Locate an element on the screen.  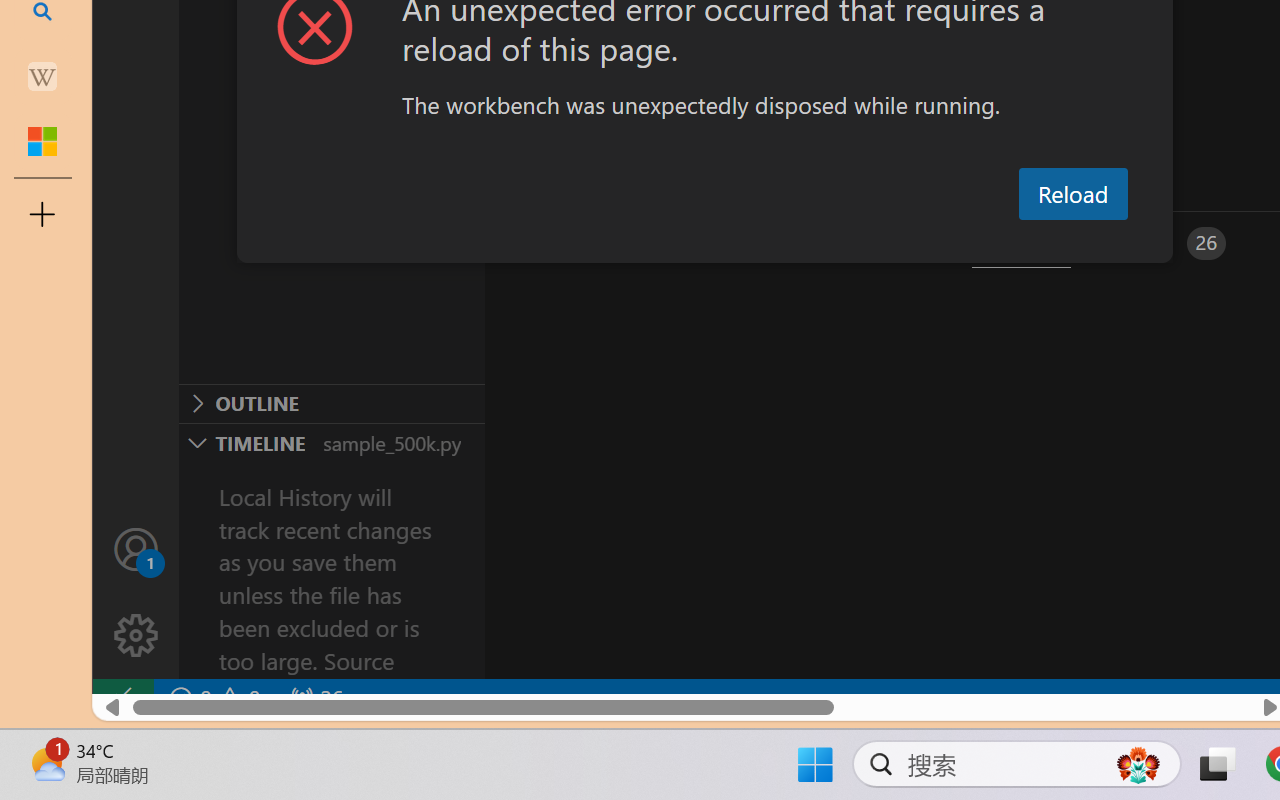
'No Problems' is located at coordinates (213, 698).